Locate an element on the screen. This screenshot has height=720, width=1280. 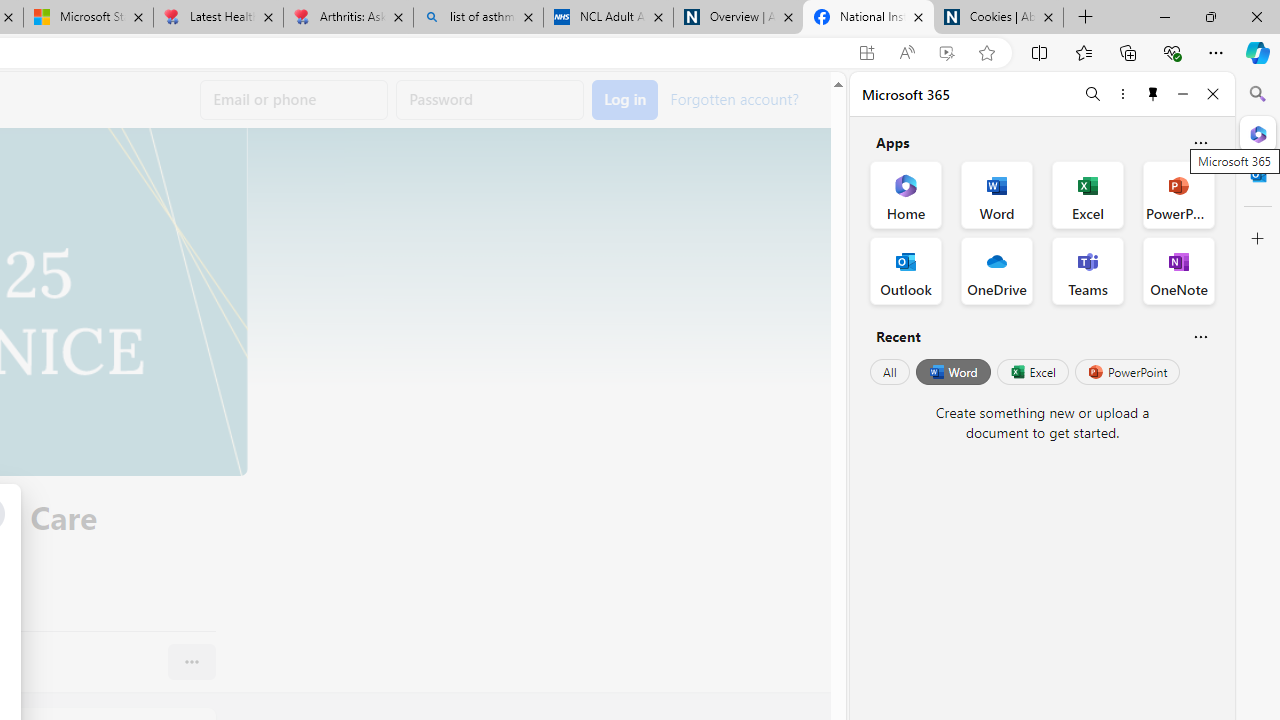
'Arthritis: Ask Health Professionals' is located at coordinates (348, 17).